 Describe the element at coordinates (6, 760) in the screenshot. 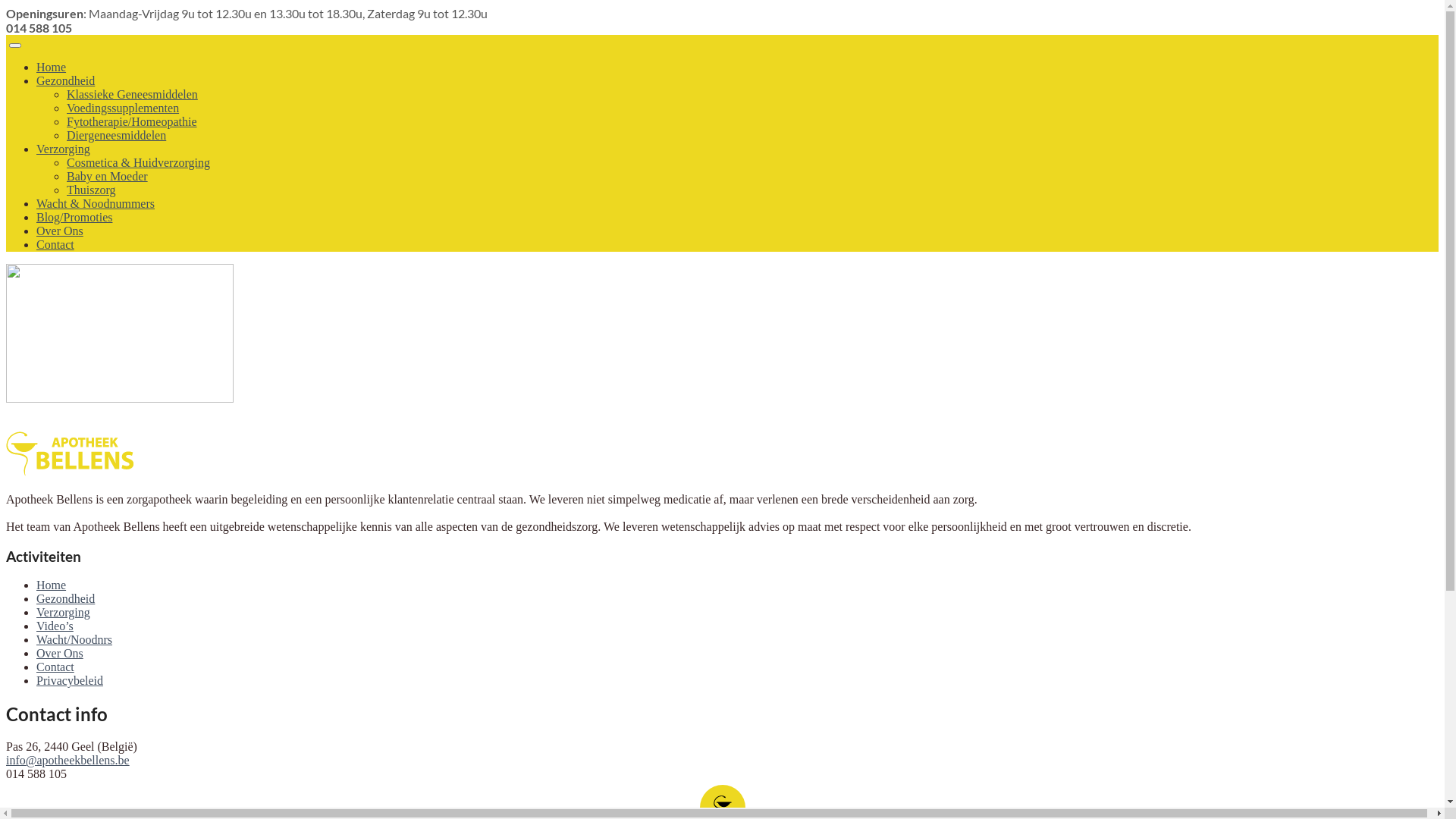

I see `'info@apotheekbellens.be'` at that location.